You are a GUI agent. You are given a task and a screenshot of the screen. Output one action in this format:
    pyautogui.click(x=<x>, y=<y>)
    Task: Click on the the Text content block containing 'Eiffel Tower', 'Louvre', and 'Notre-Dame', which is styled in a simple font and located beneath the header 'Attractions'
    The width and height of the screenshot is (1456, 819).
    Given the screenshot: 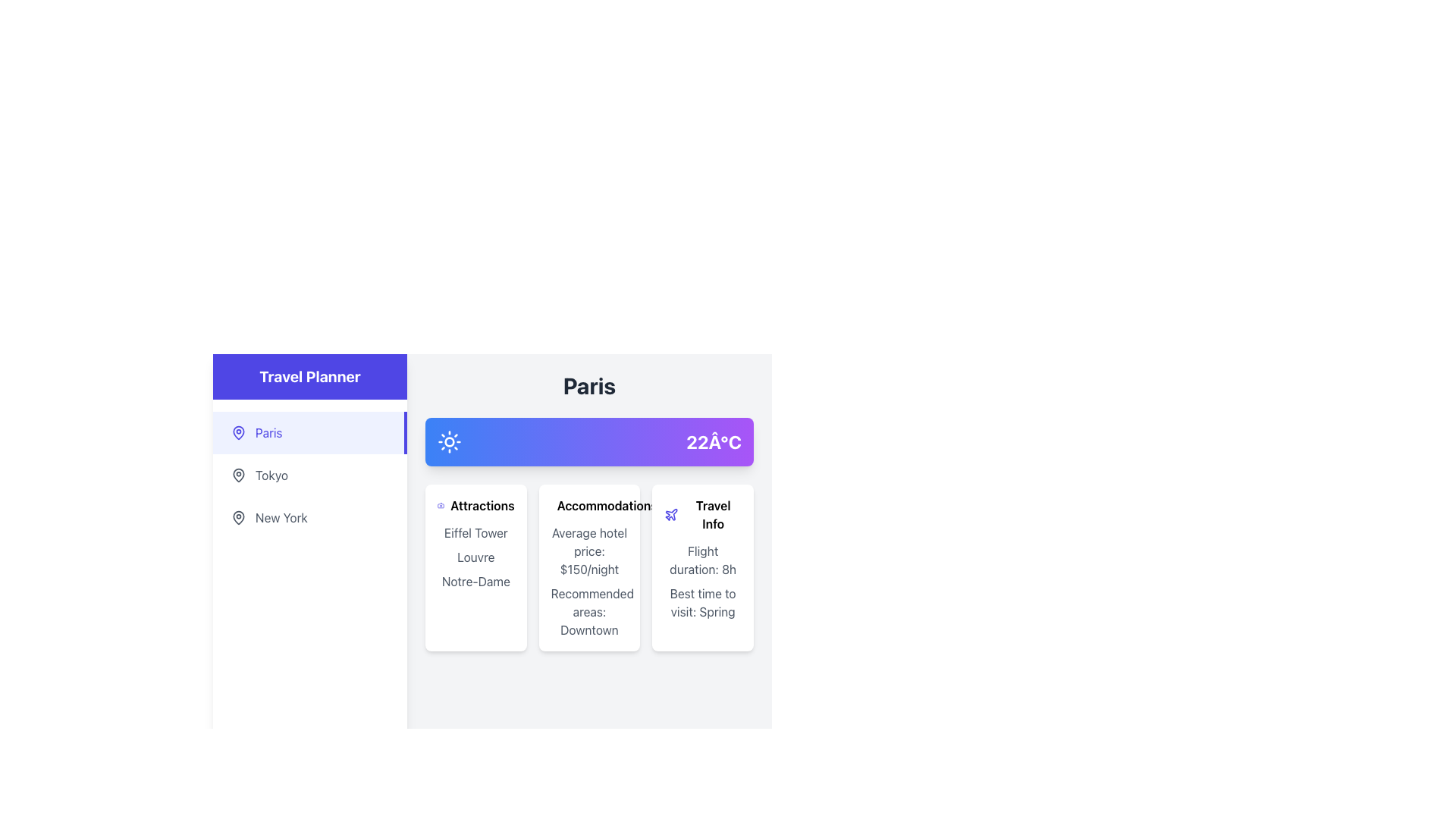 What is the action you would take?
    pyautogui.click(x=475, y=557)
    